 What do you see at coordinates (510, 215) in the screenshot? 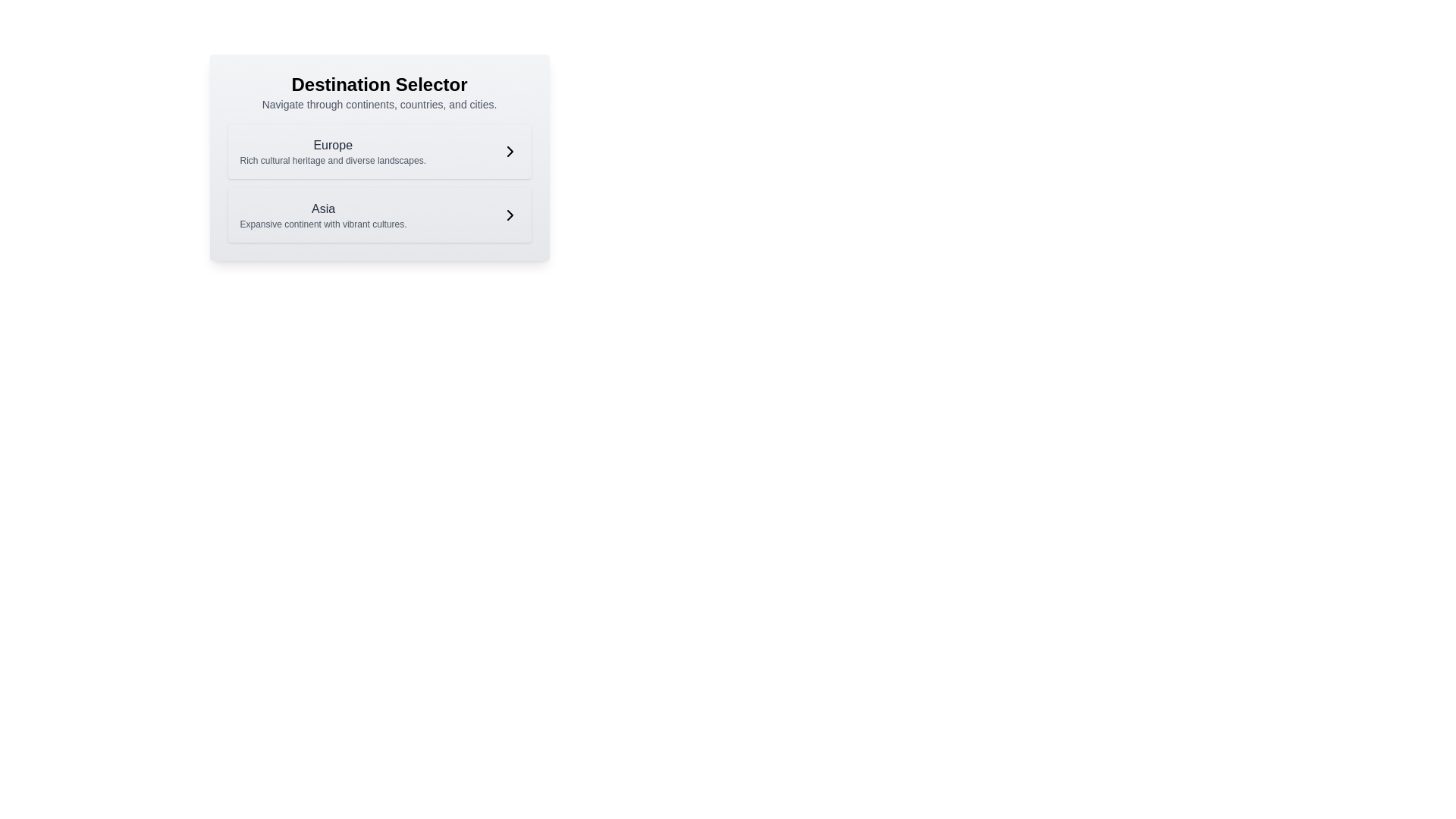
I see `the navigation arrow icon located on the right side of the Asia section to proceed to more details or options` at bounding box center [510, 215].